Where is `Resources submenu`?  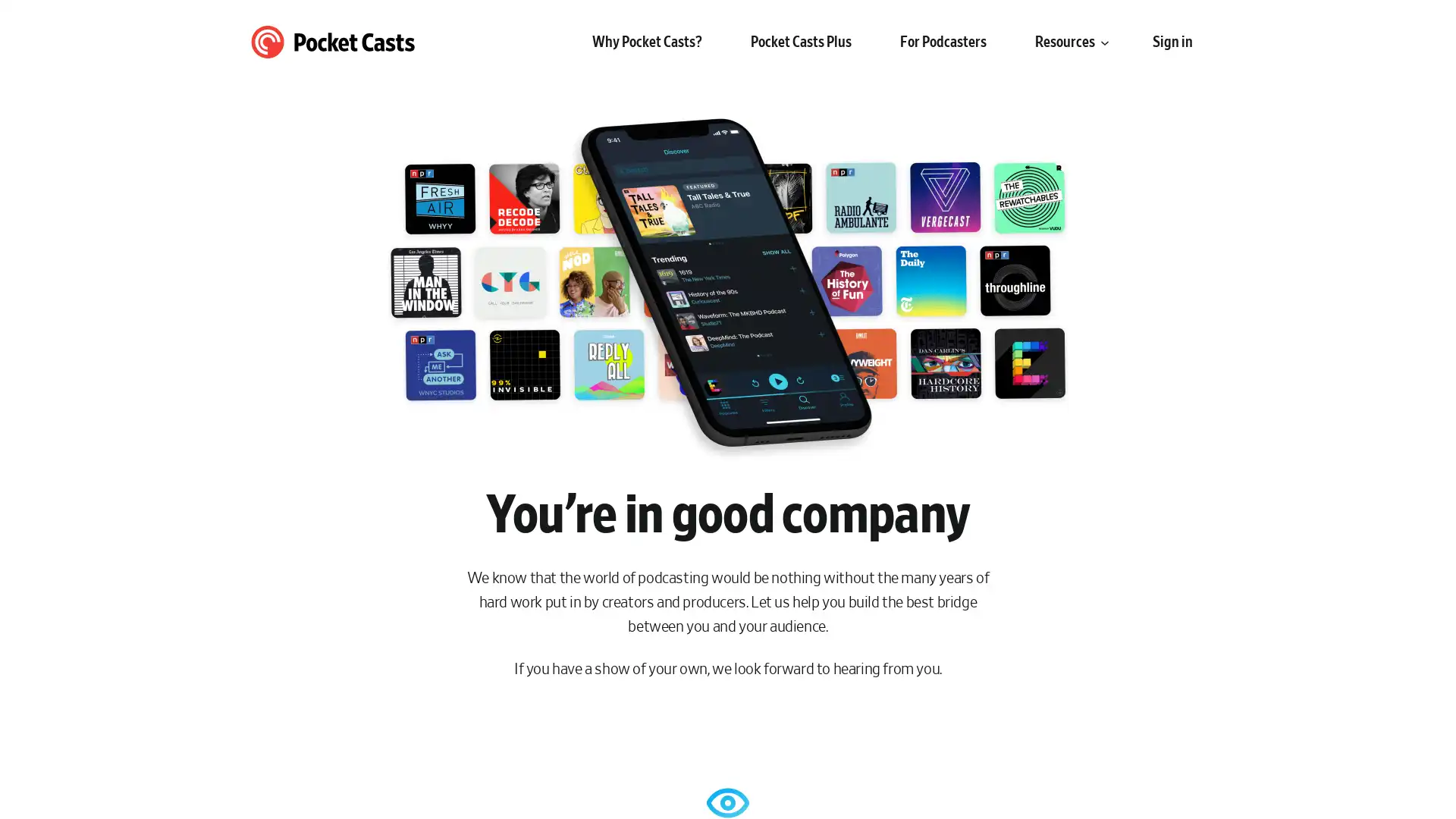
Resources submenu is located at coordinates (1064, 40).